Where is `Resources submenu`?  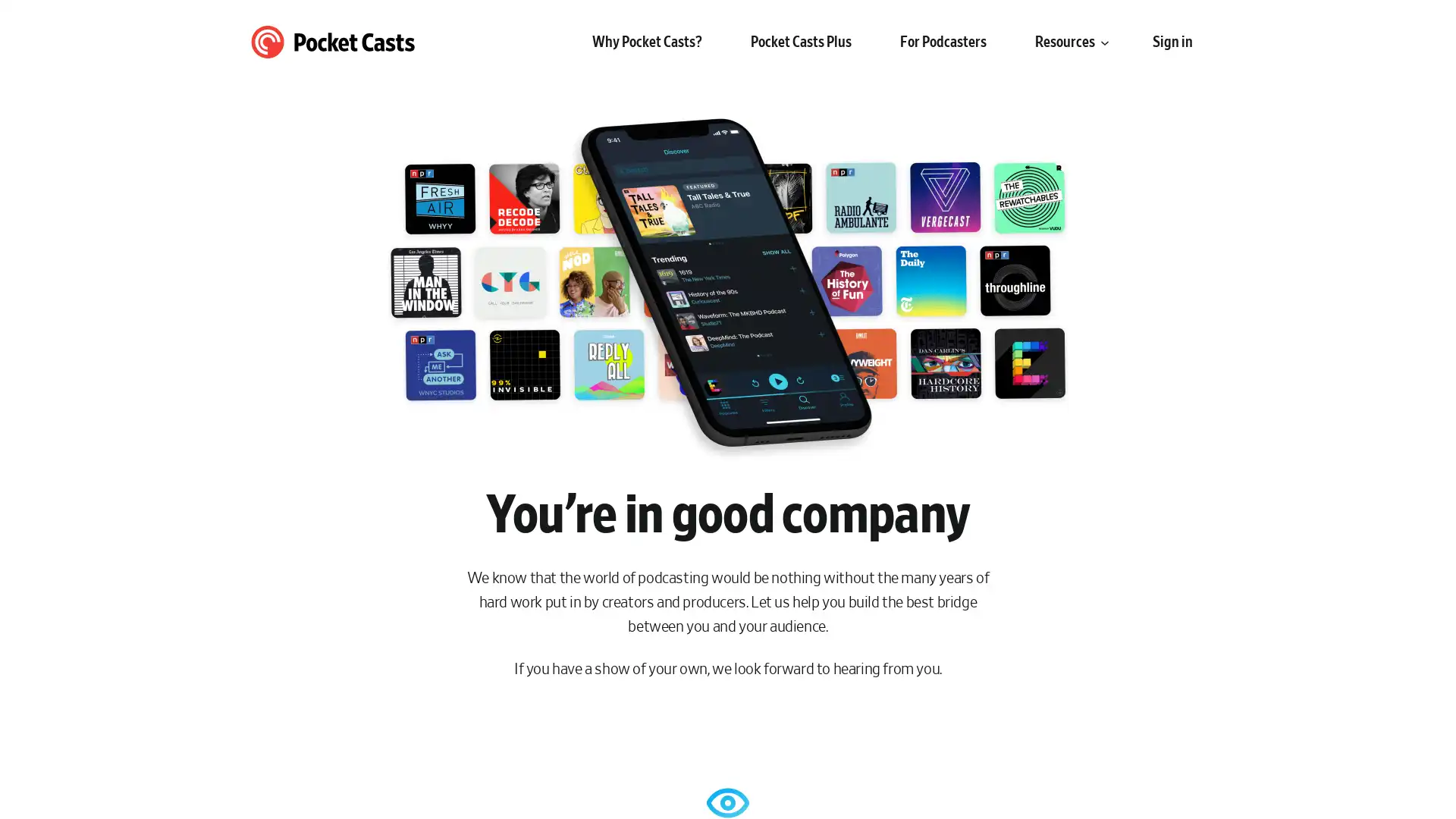
Resources submenu is located at coordinates (1064, 40).